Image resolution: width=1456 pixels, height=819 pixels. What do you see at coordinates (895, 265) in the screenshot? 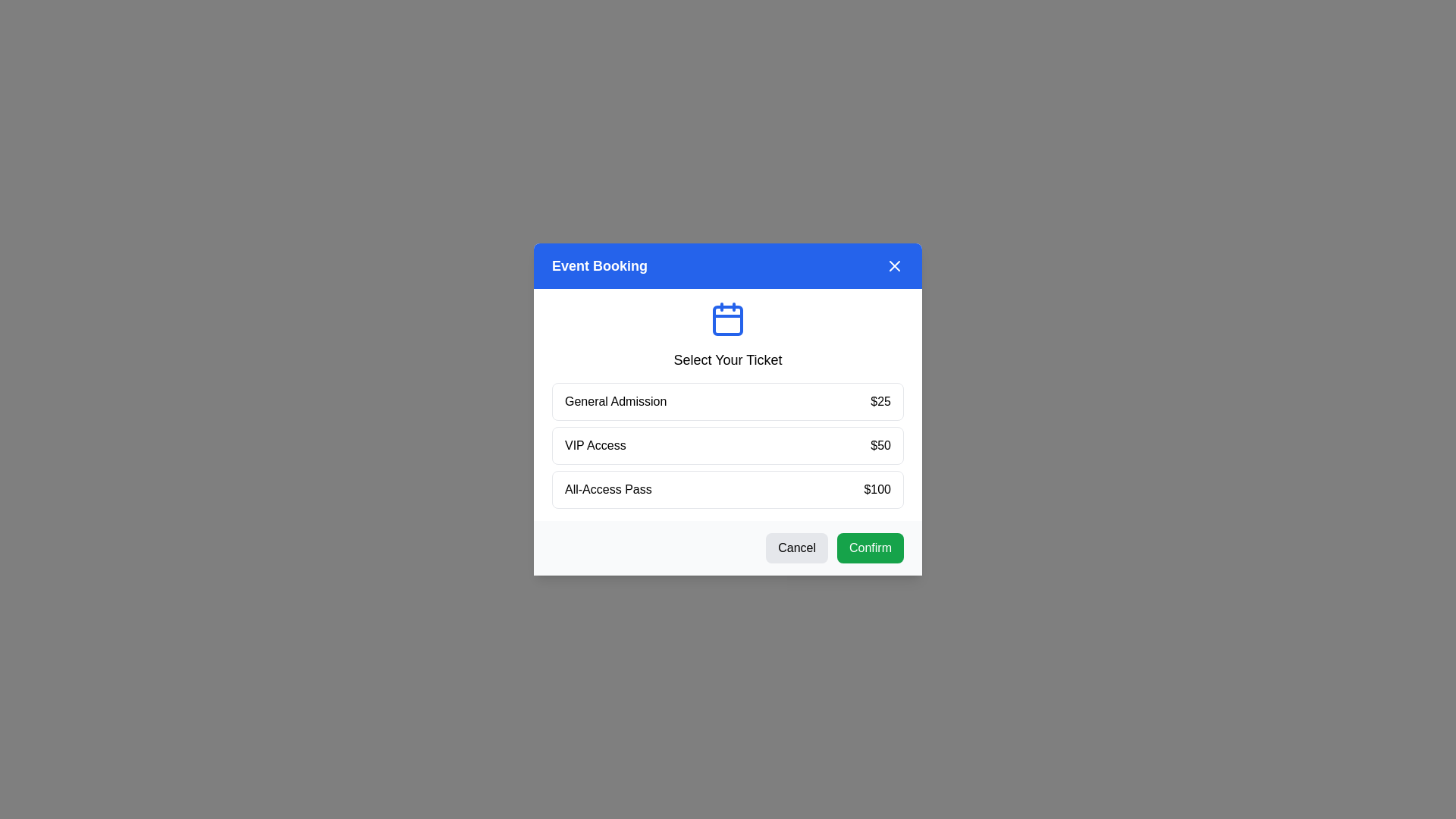
I see `the close 'X' icon located at the top-right corner of the blue header bar in the modal window` at bounding box center [895, 265].